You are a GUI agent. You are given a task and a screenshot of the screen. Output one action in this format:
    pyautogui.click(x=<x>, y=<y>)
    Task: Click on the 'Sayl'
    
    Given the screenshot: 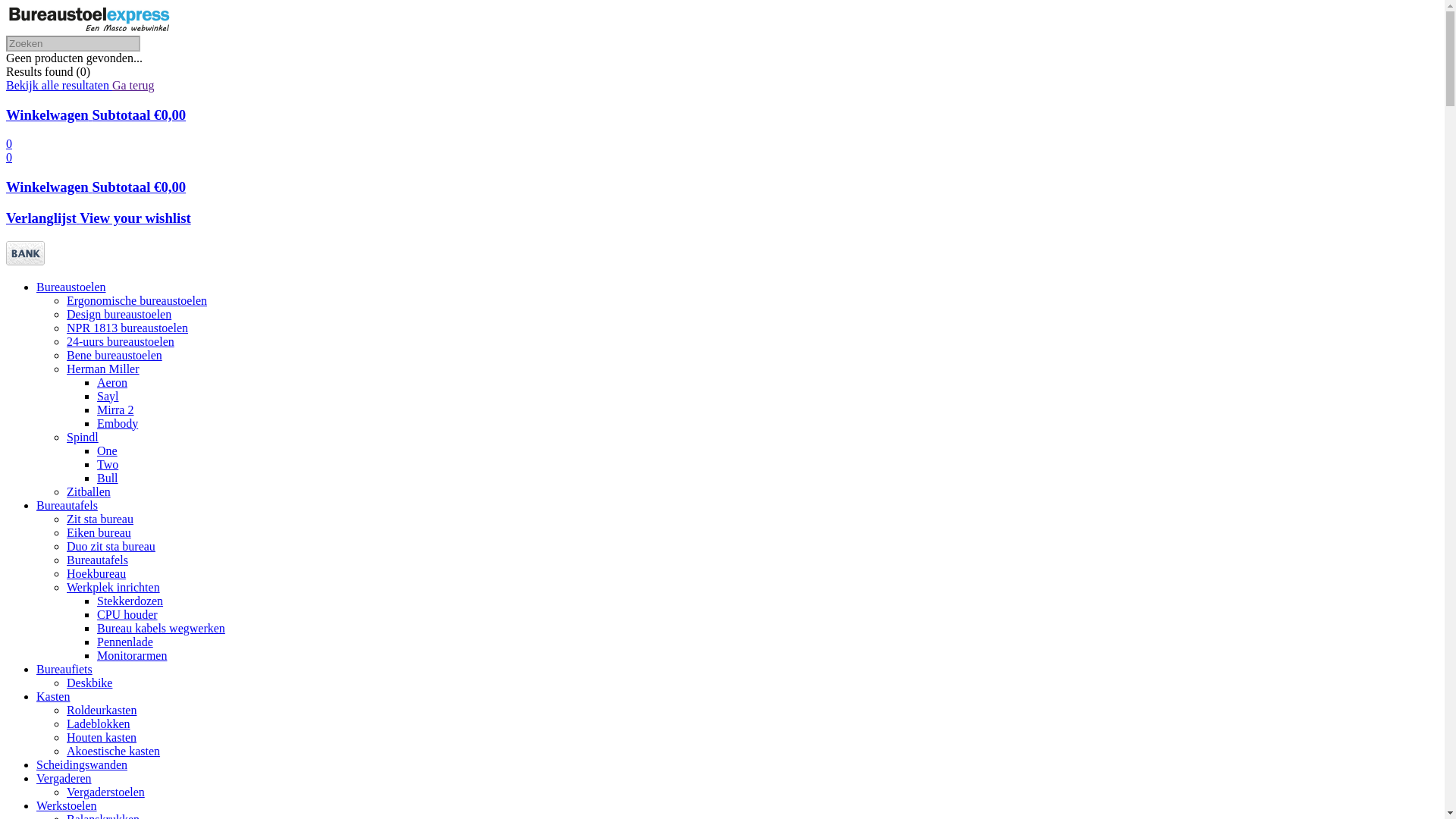 What is the action you would take?
    pyautogui.click(x=107, y=395)
    